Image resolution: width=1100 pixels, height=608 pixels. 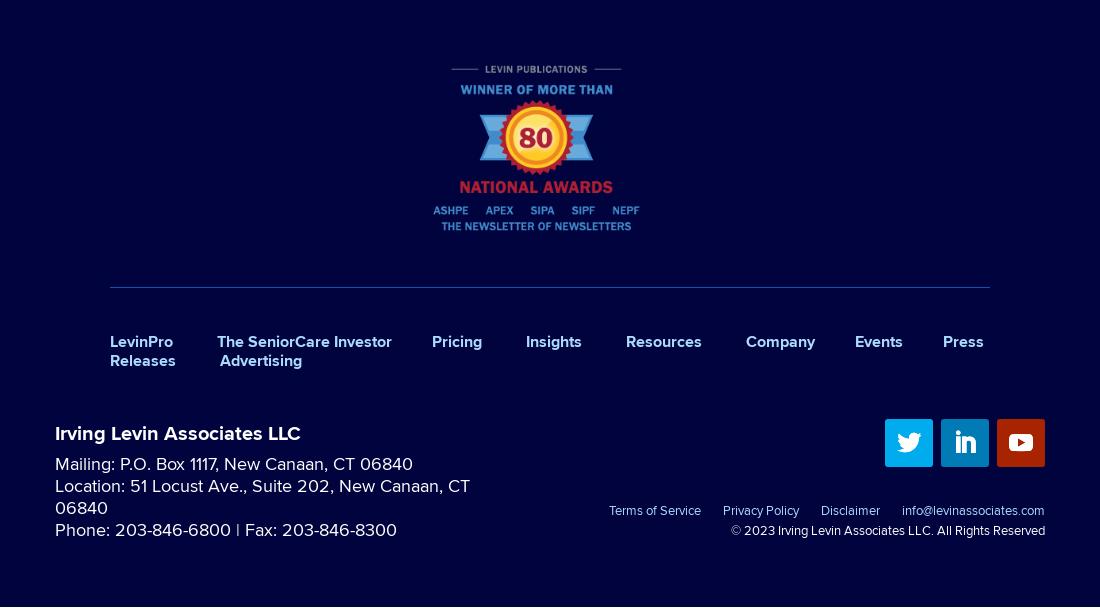 I want to click on 'LevinPro', so click(x=140, y=340).